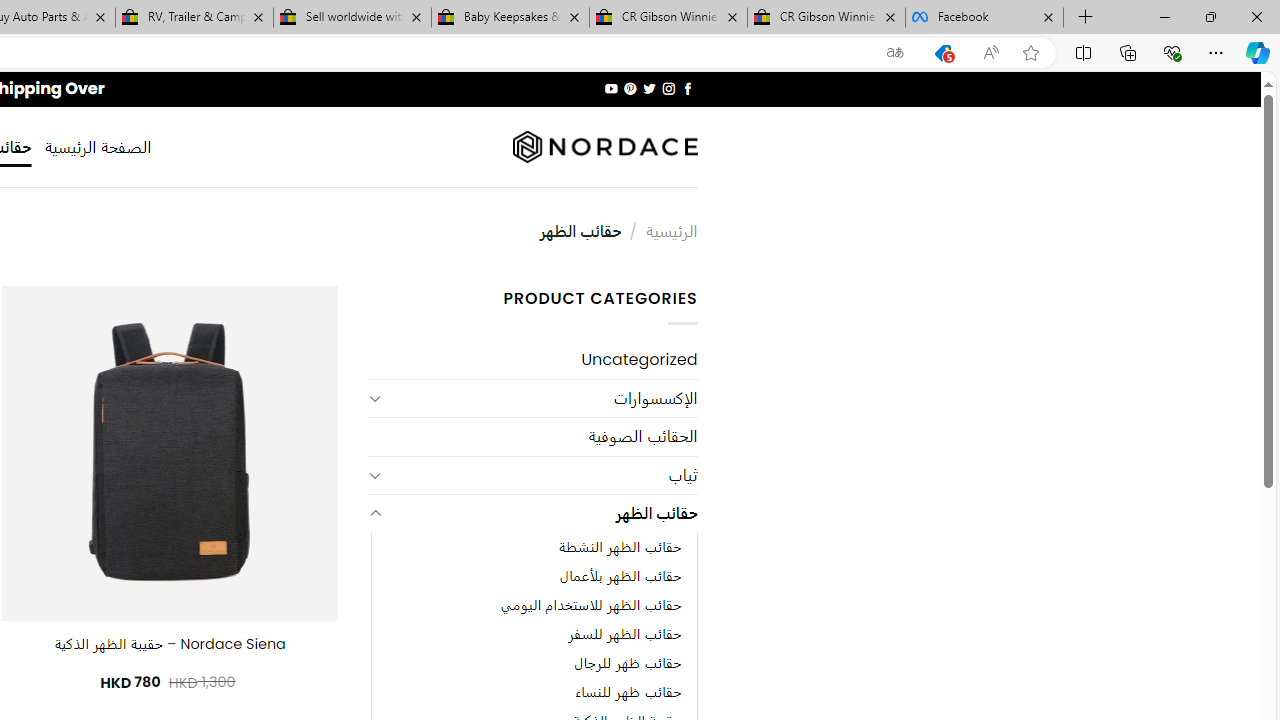 Image resolution: width=1280 pixels, height=720 pixels. What do you see at coordinates (894, 52) in the screenshot?
I see `'Show translate options'` at bounding box center [894, 52].